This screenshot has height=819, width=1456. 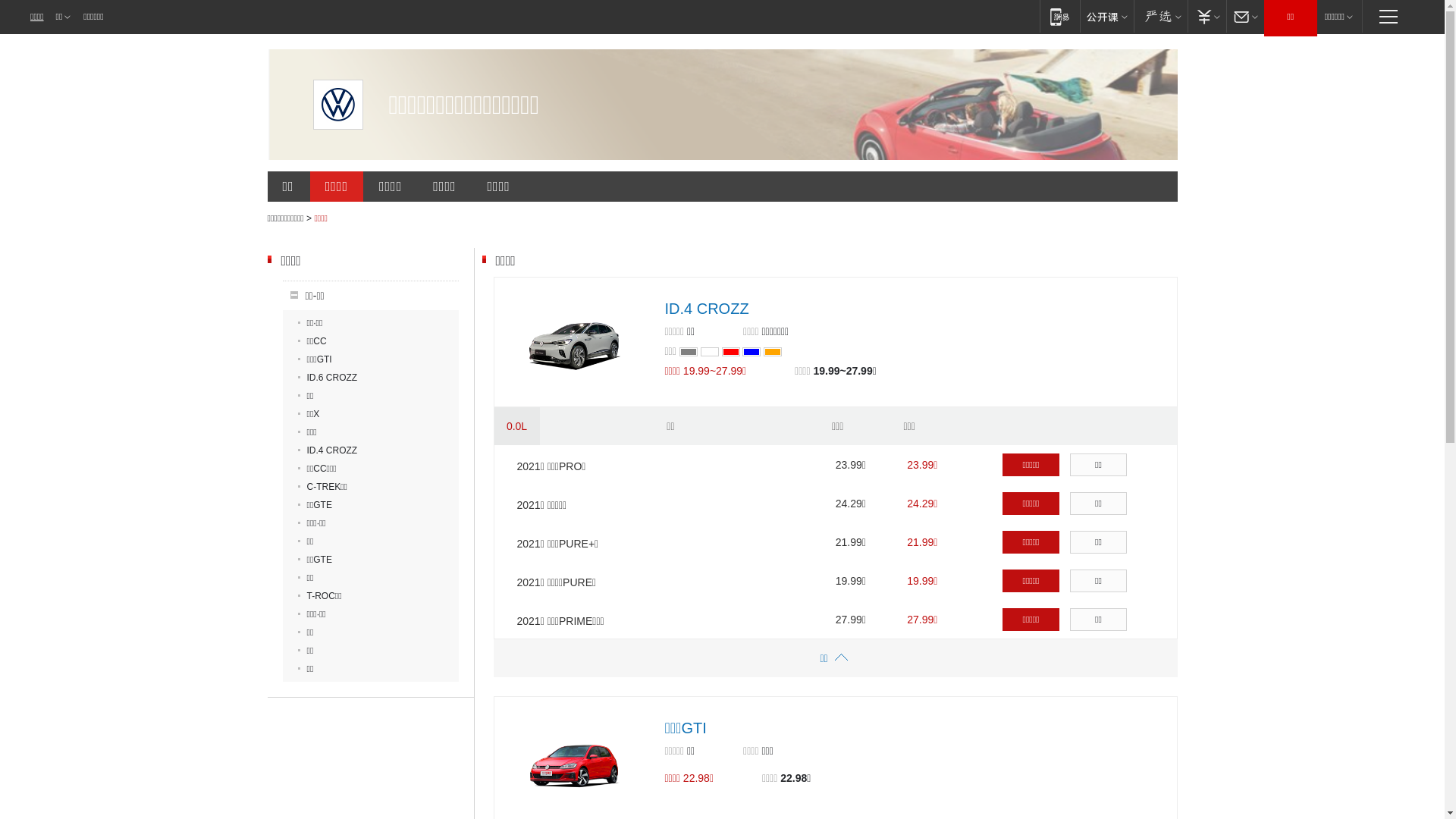 What do you see at coordinates (326, 450) in the screenshot?
I see `'ID.4 CROZZ'` at bounding box center [326, 450].